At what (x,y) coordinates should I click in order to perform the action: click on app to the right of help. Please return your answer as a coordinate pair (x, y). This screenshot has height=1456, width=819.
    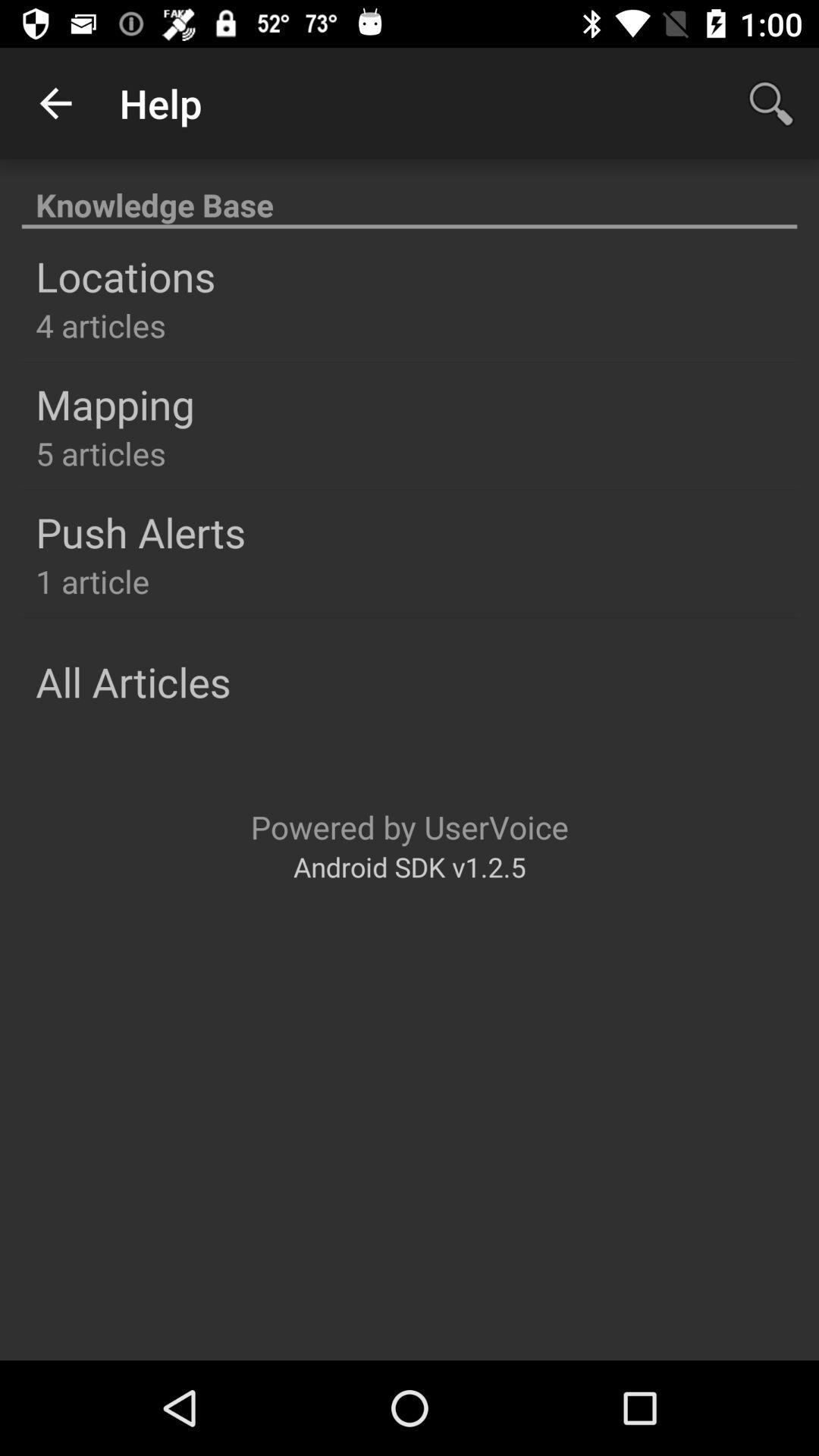
    Looking at the image, I should click on (771, 102).